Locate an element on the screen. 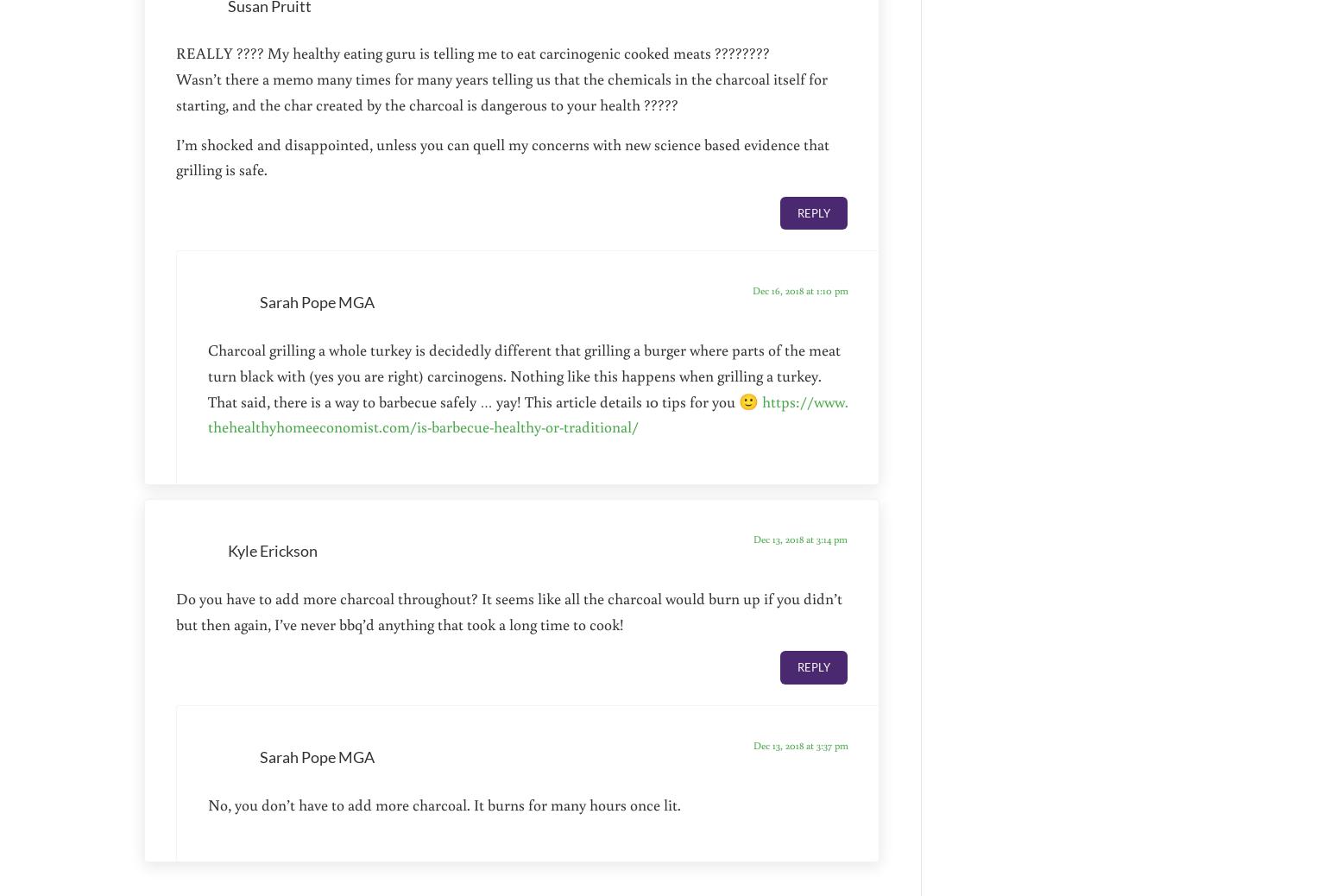 This screenshot has height=896, width=1324. 'Dec 16, 2018 at 1:10 pm' is located at coordinates (799, 290).